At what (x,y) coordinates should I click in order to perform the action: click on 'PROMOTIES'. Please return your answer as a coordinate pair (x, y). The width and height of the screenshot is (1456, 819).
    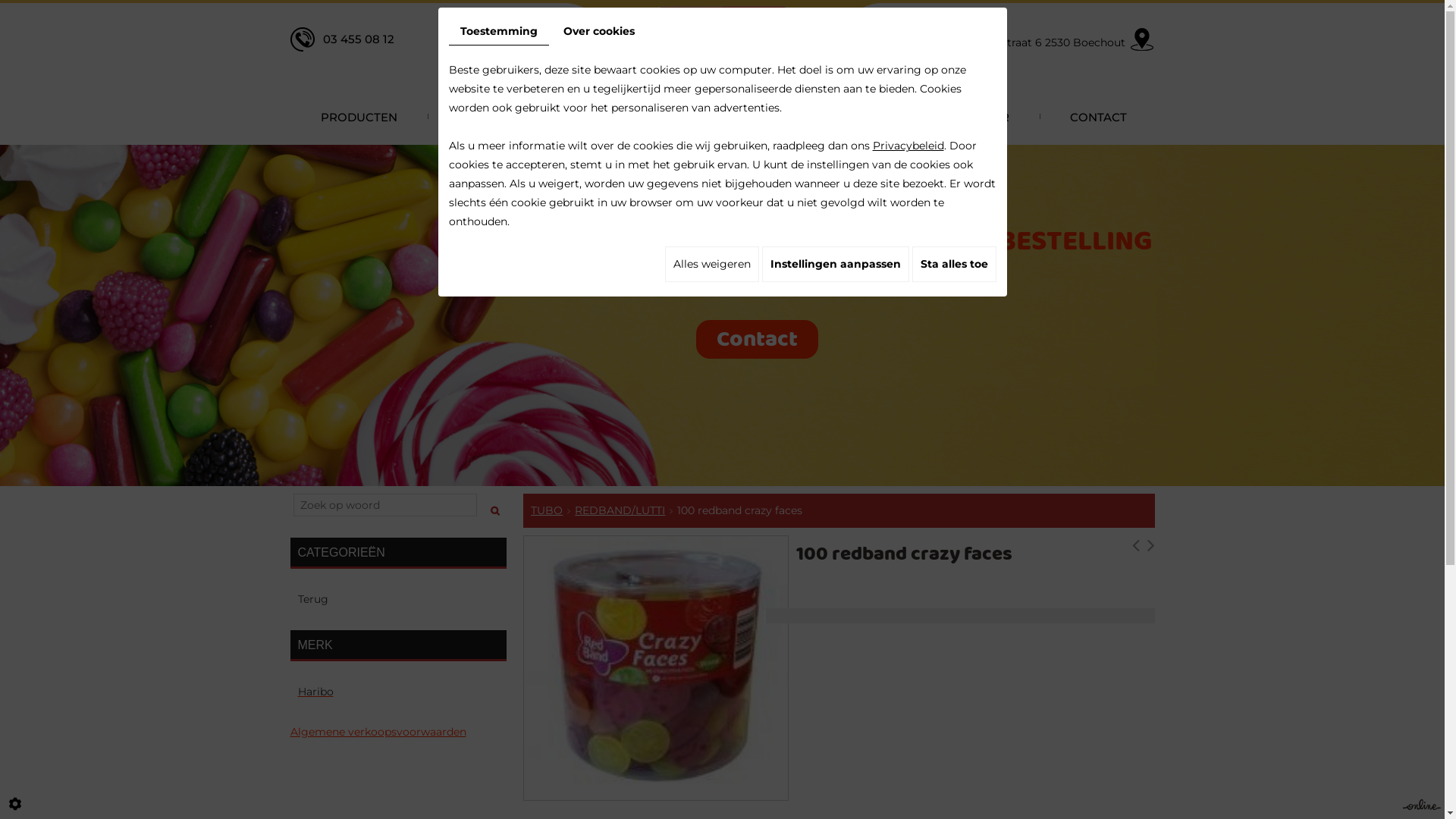
    Looking at the image, I should click on (683, 115).